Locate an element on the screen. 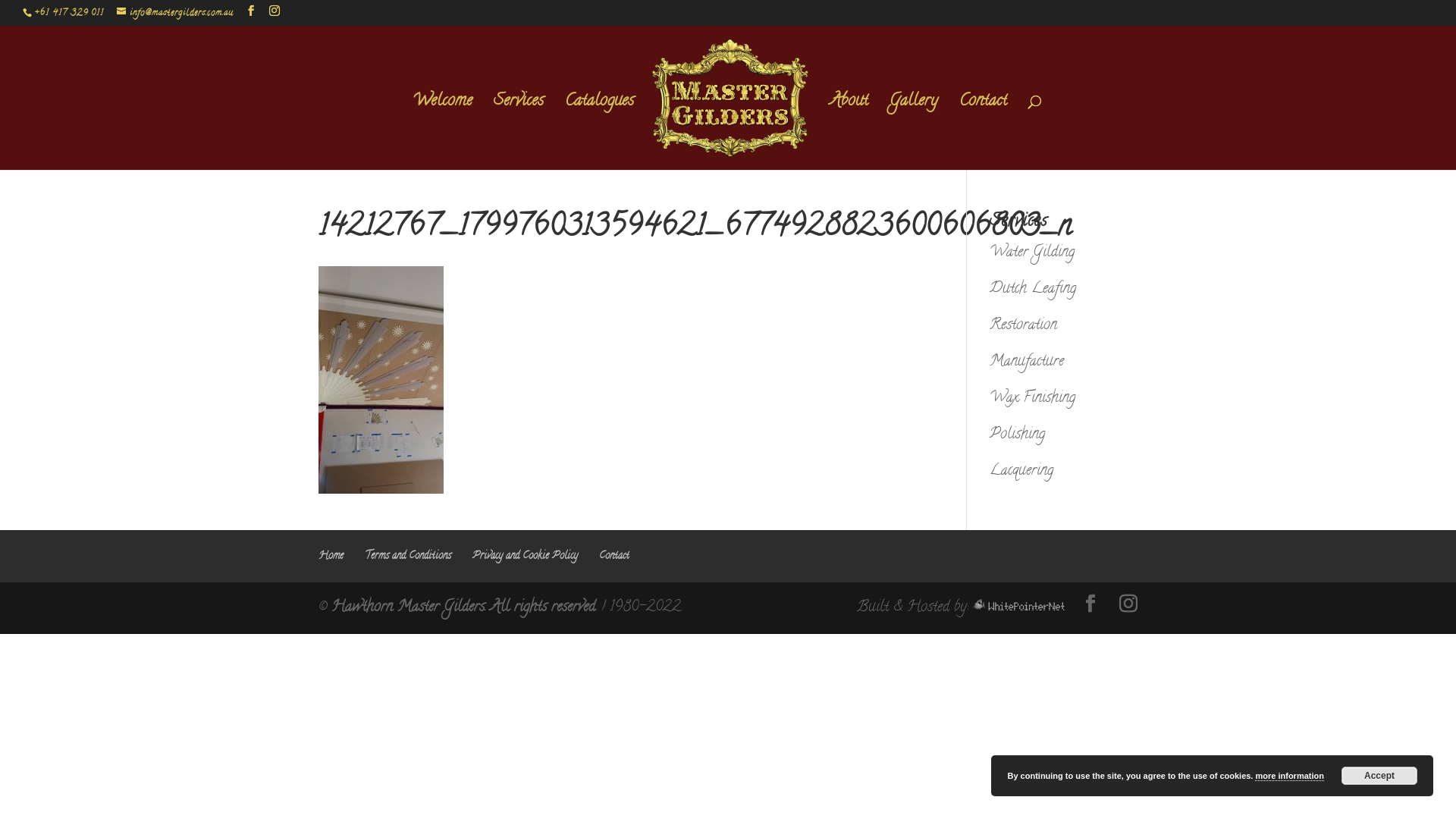  'Restoration' is located at coordinates (1023, 325).